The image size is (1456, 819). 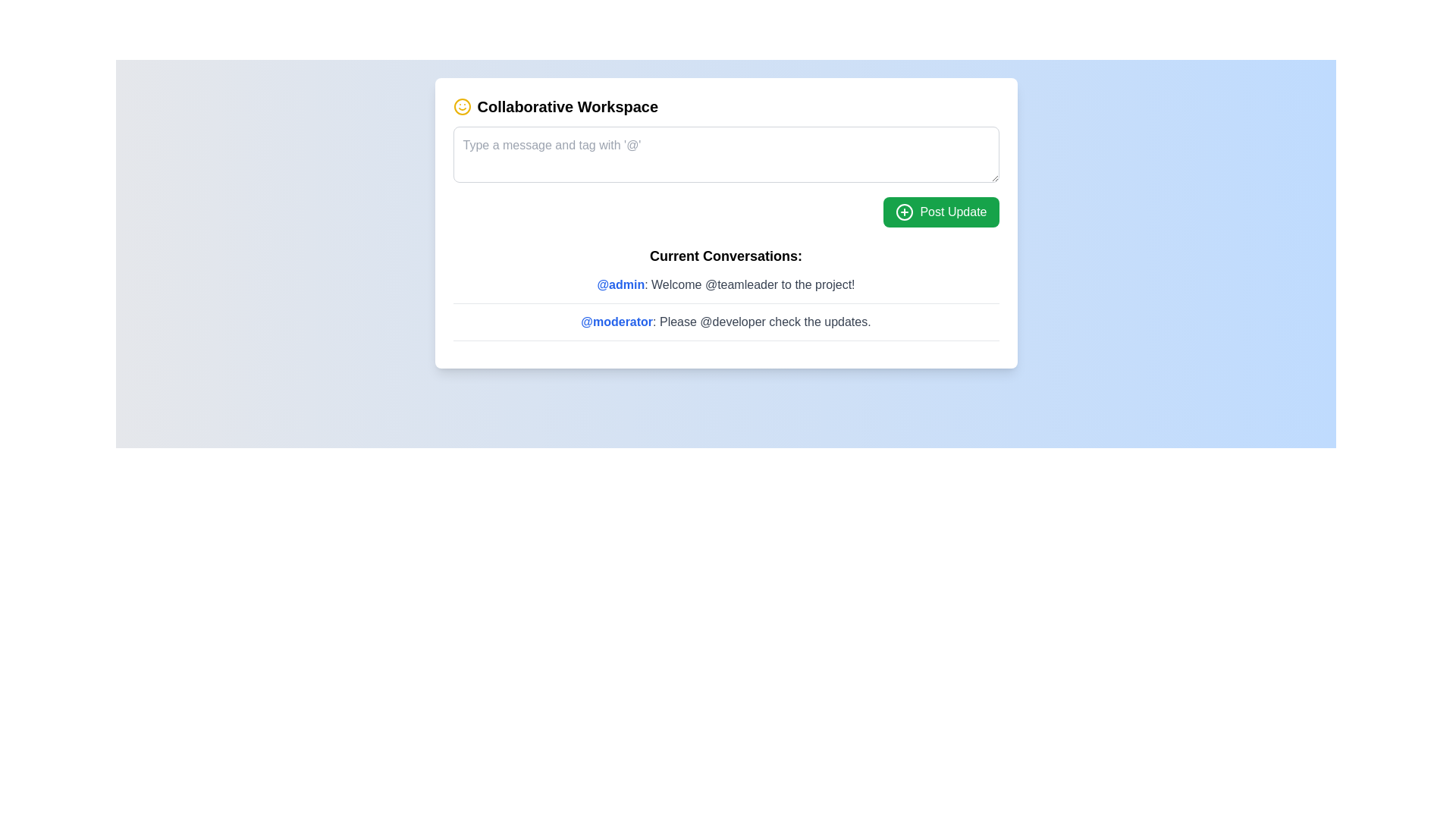 What do you see at coordinates (461, 106) in the screenshot?
I see `the decorative icon located to the left of the 'Collaborative Workspace' title to enhance the visual experience` at bounding box center [461, 106].